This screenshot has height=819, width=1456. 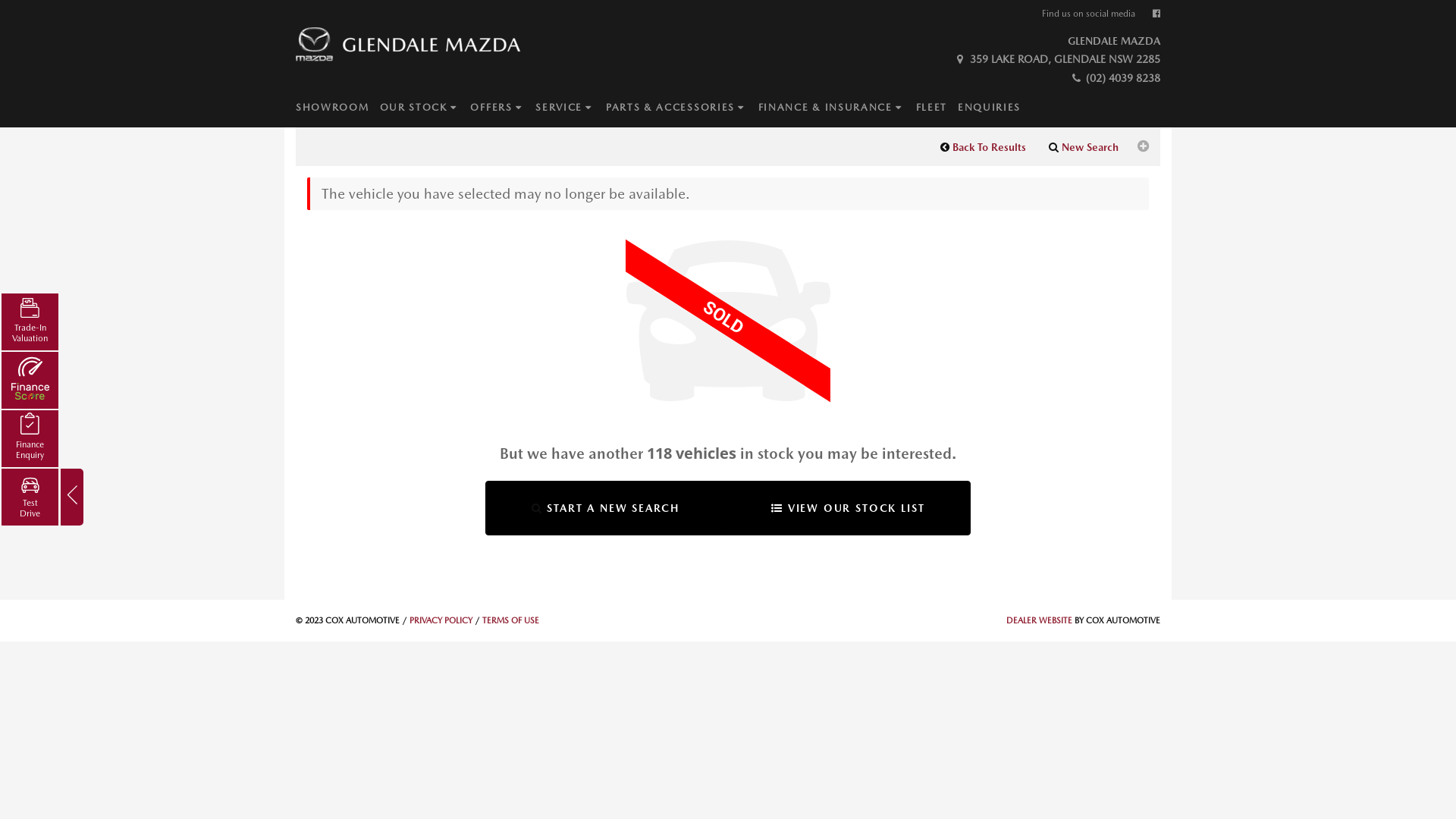 I want to click on 'OFFERS', so click(x=502, y=107).